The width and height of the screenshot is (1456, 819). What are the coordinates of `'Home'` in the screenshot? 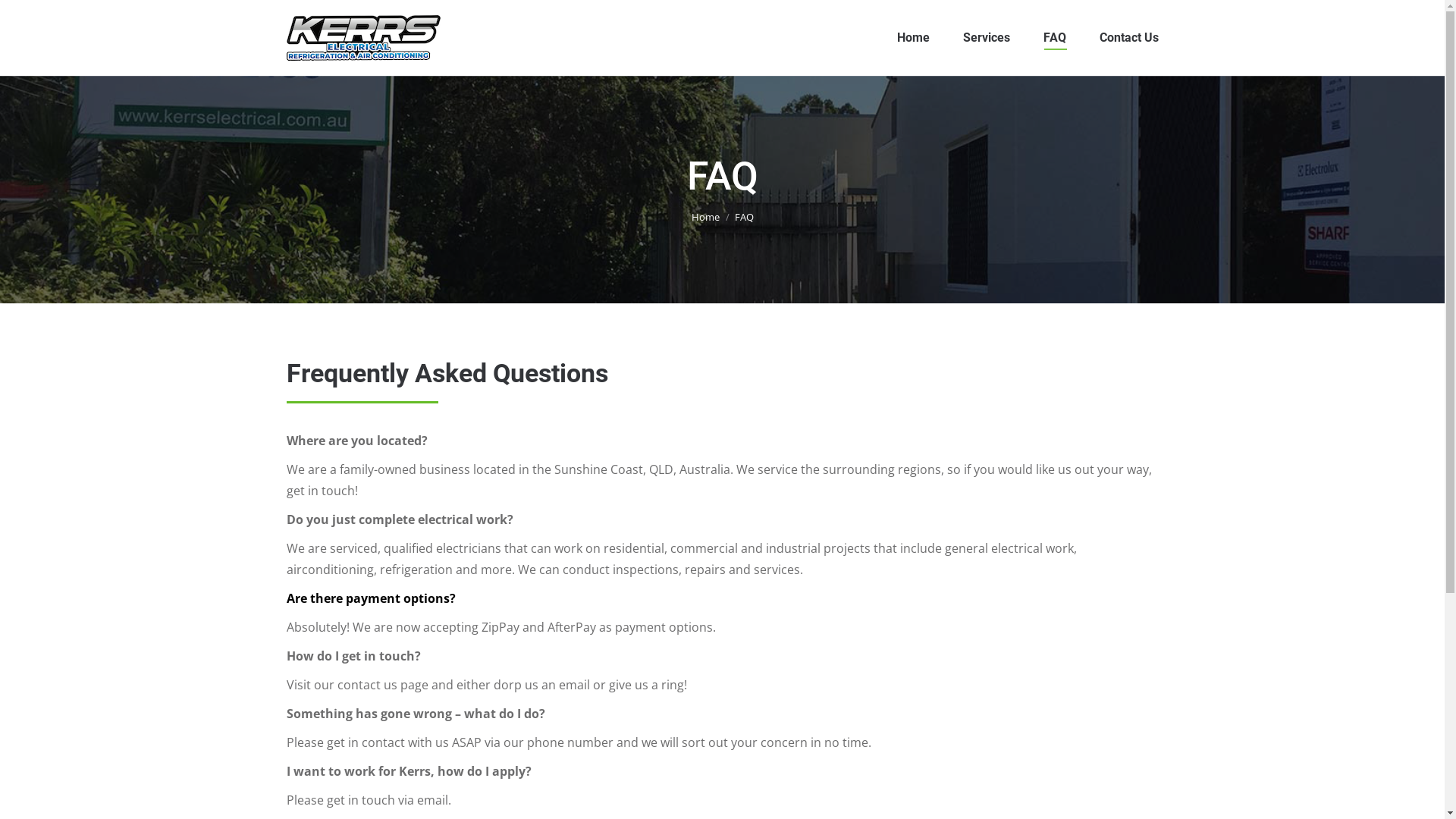 It's located at (912, 37).